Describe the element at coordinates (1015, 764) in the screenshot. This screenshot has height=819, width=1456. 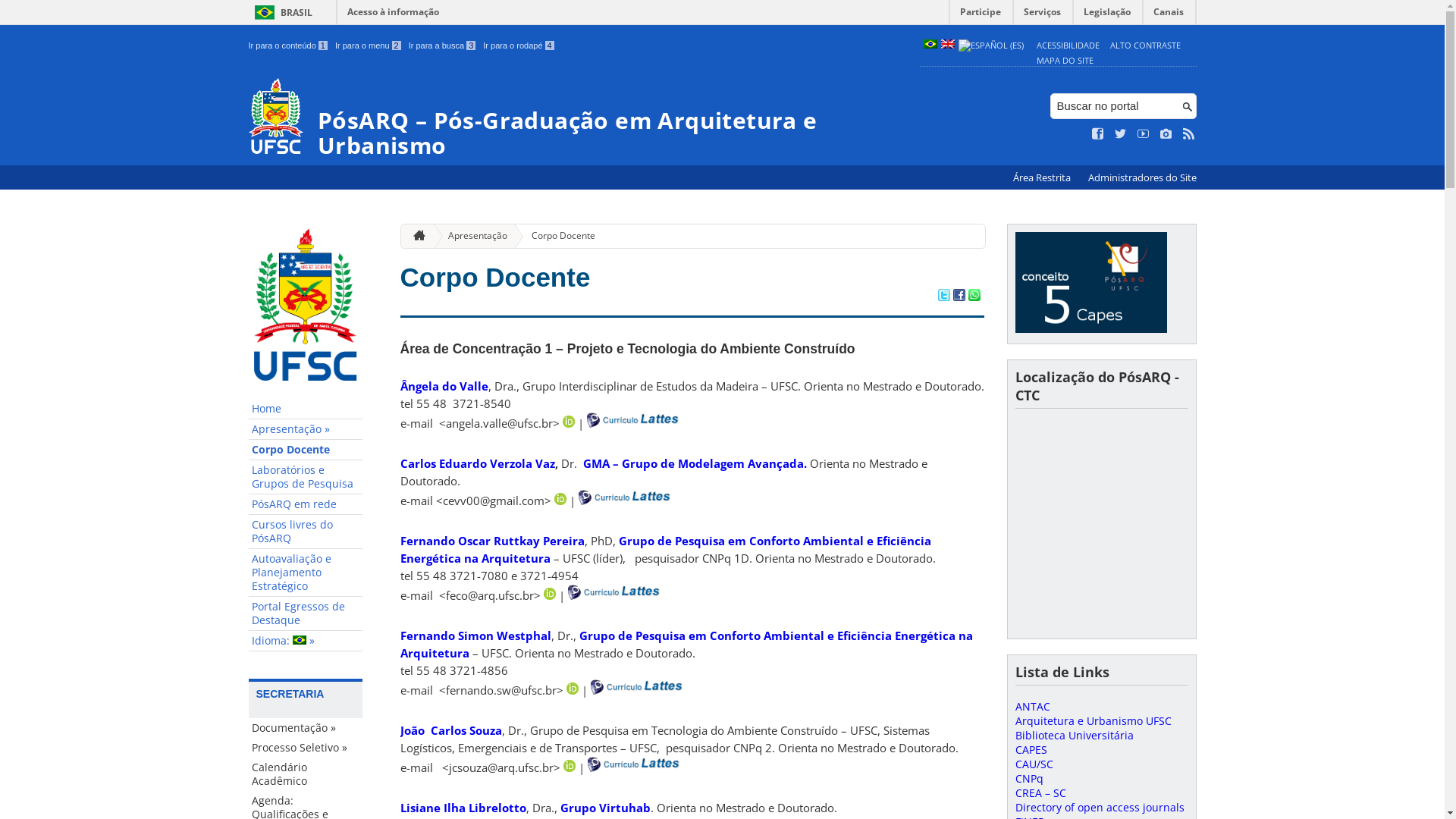
I see `'CAU/SC'` at that location.